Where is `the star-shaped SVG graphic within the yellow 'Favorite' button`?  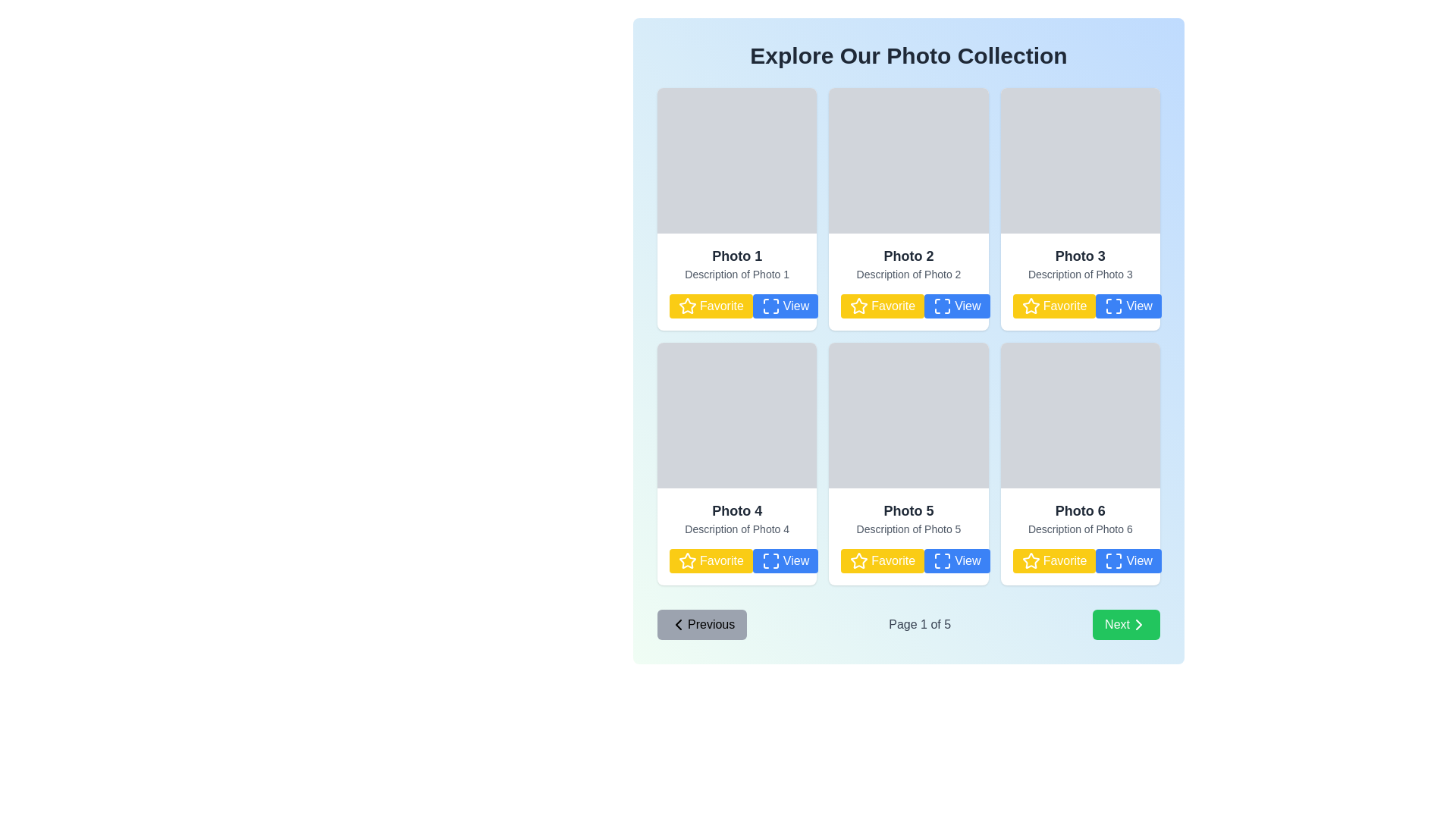
the star-shaped SVG graphic within the yellow 'Favorite' button is located at coordinates (859, 306).